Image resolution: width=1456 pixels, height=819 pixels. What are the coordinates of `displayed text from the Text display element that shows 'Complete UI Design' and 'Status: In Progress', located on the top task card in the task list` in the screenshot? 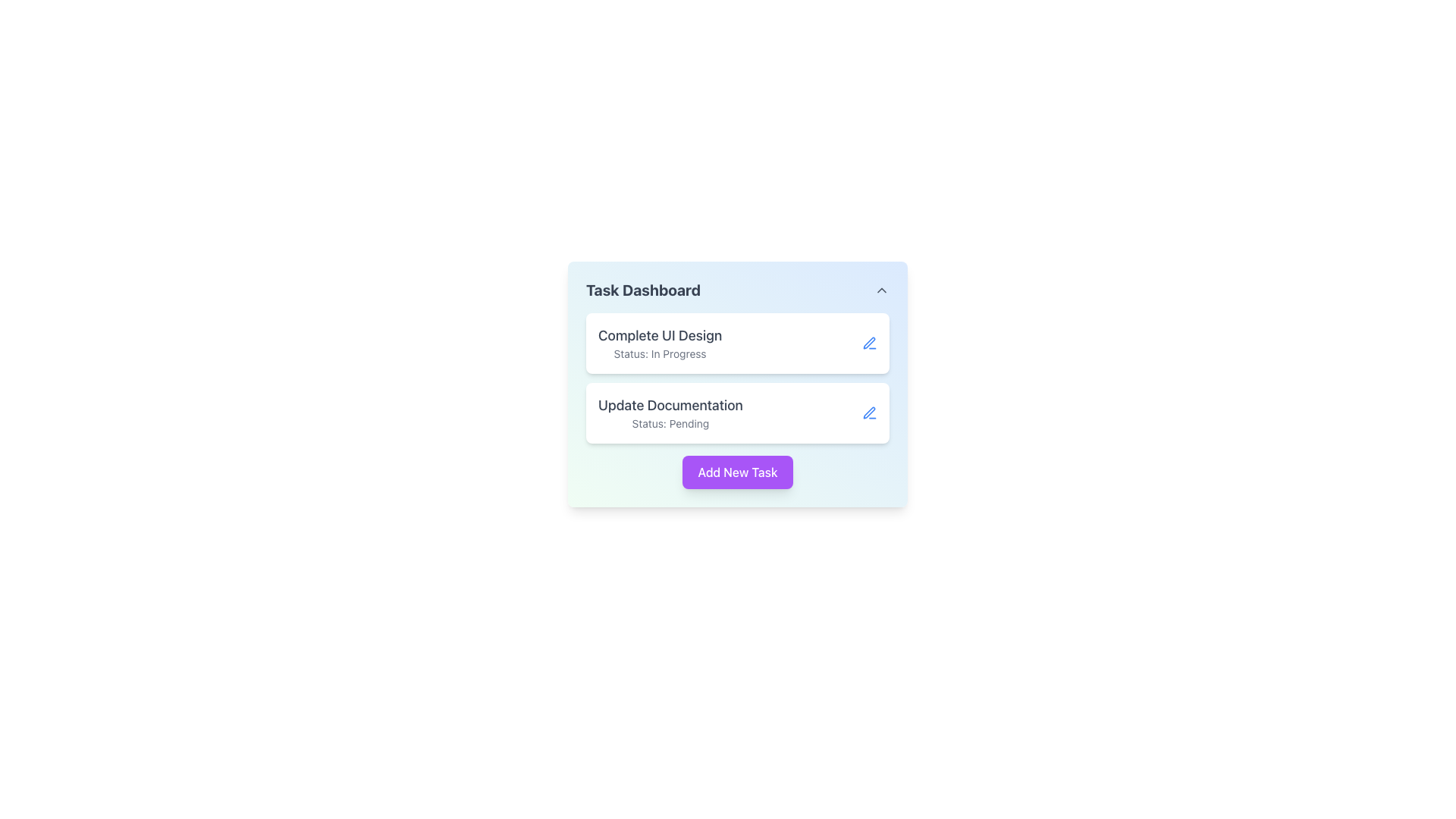 It's located at (660, 343).